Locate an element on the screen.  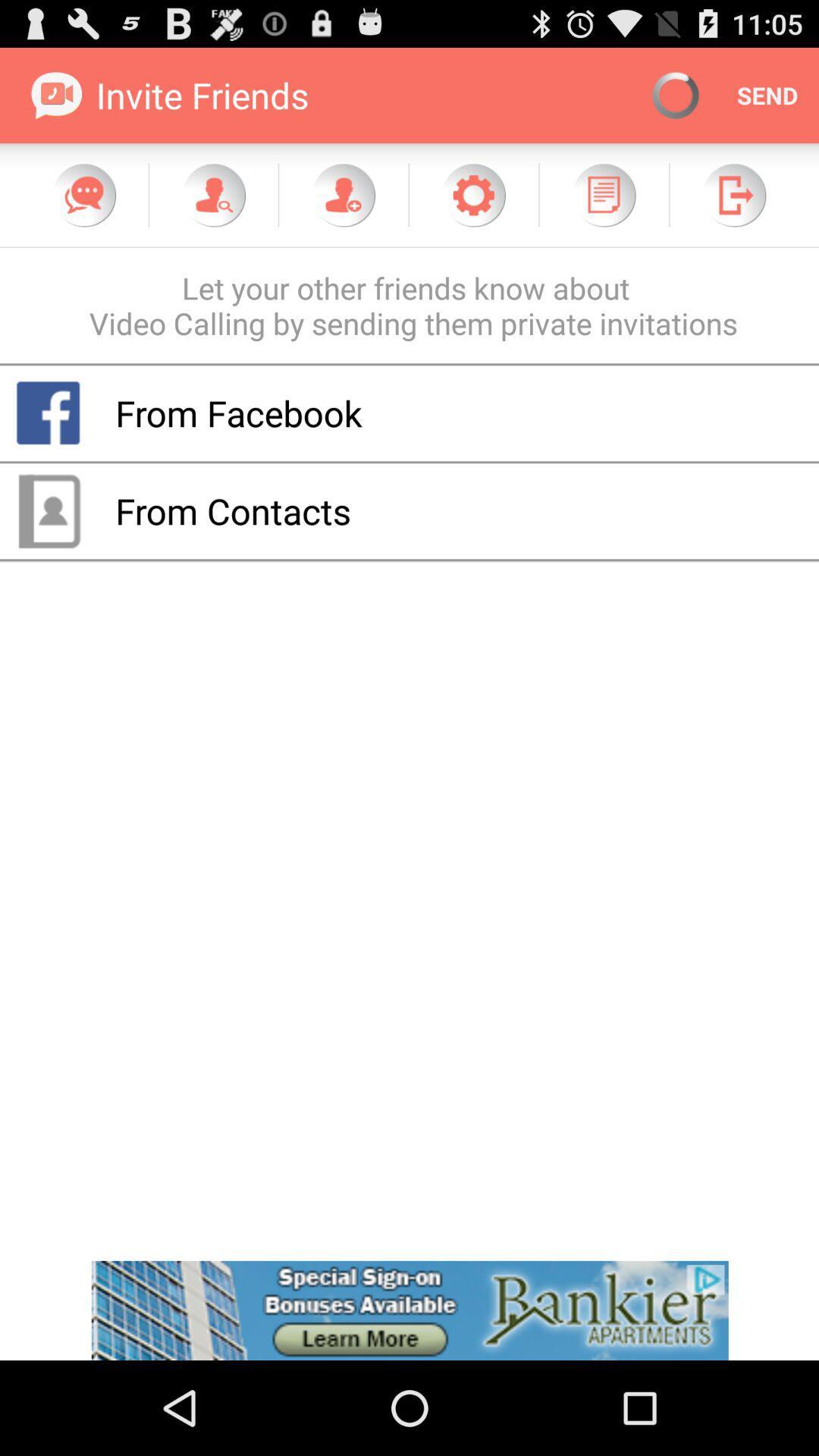
the follow icon is located at coordinates (343, 208).